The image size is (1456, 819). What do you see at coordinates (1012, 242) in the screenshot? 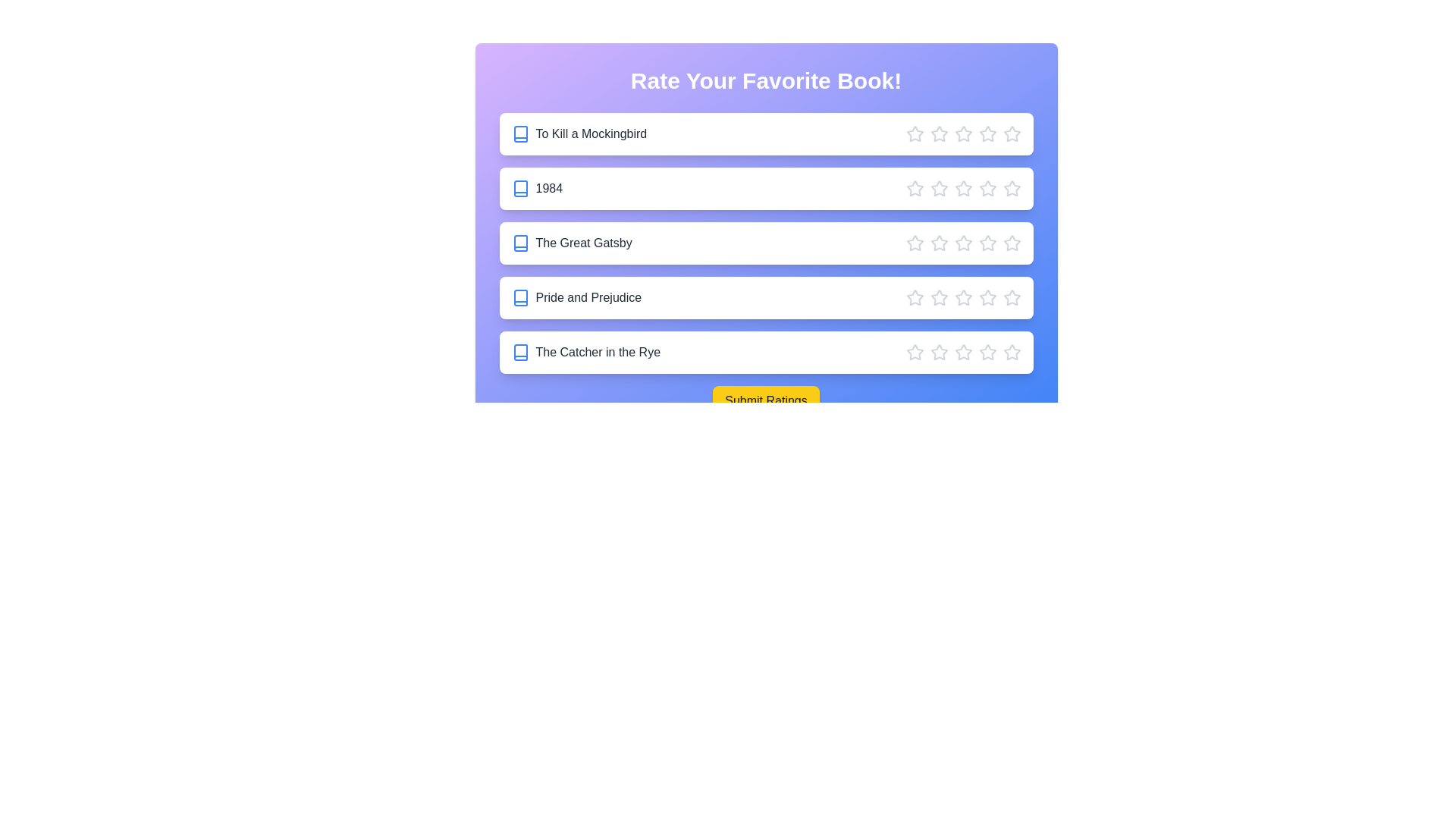
I see `the star corresponding to 5 stars for the book The Great Gatsby` at bounding box center [1012, 242].